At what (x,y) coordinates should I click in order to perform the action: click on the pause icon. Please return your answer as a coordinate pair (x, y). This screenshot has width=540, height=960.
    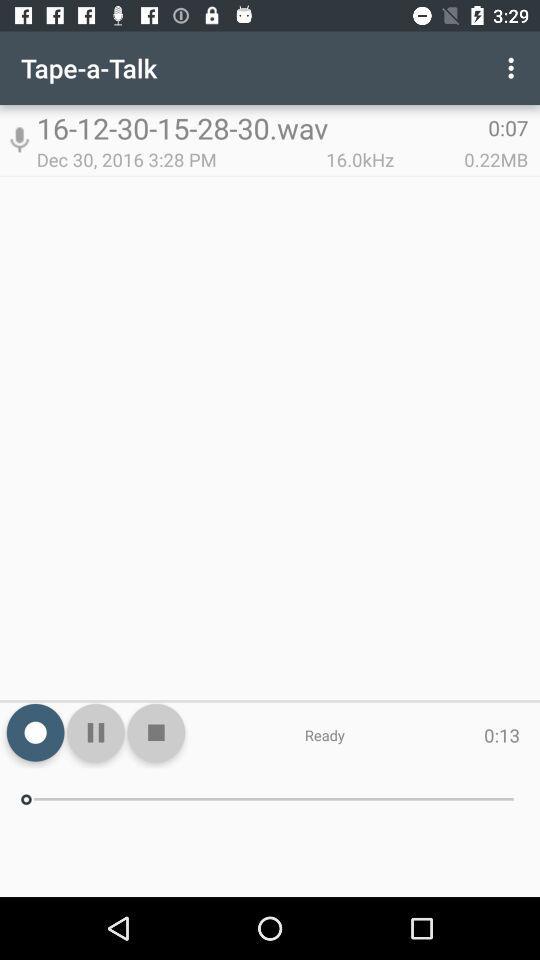
    Looking at the image, I should click on (95, 731).